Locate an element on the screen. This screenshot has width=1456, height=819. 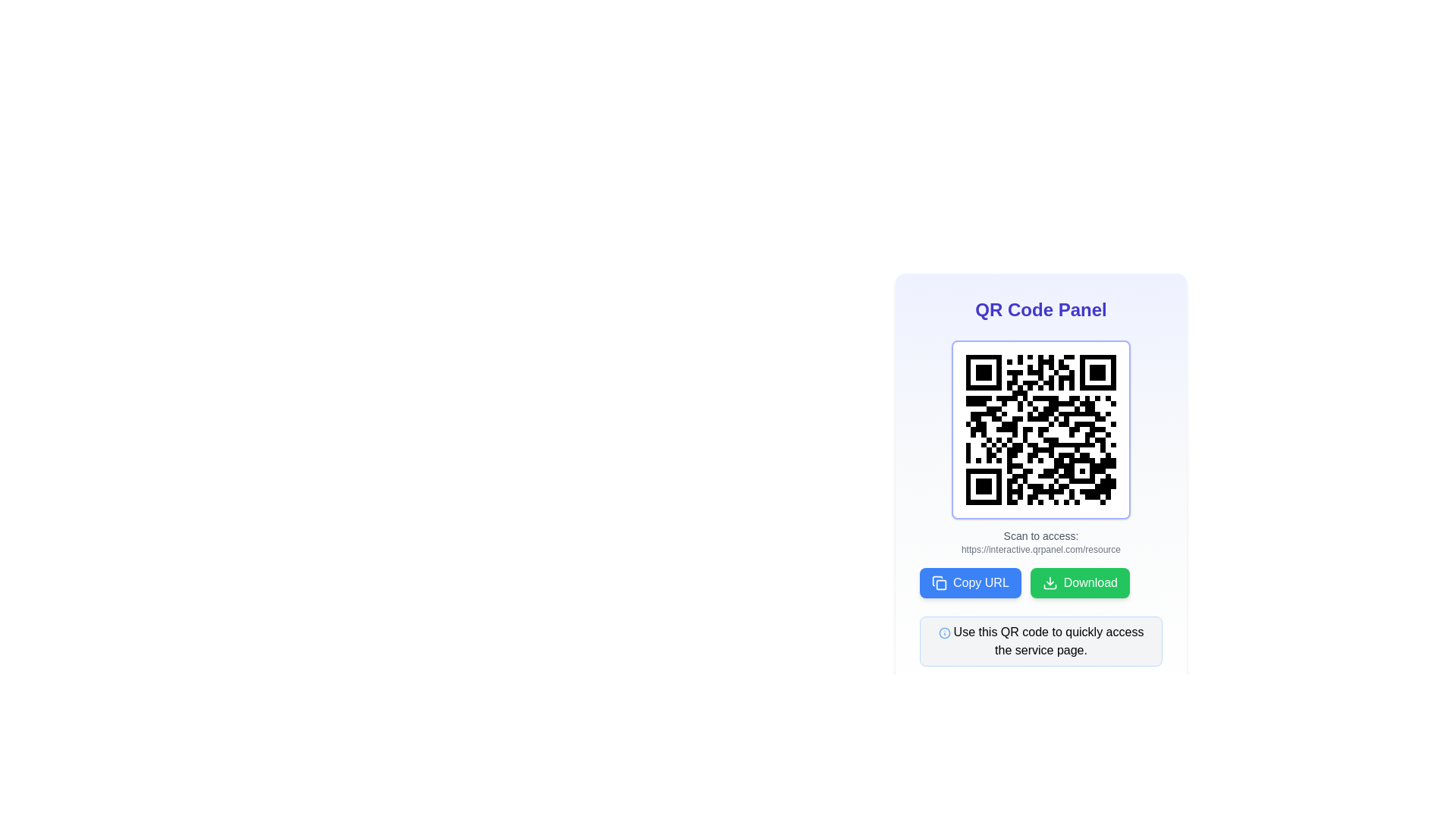
the button to the left of the 'Download' button, which copies the displayed URL to the clipboard is located at coordinates (969, 582).